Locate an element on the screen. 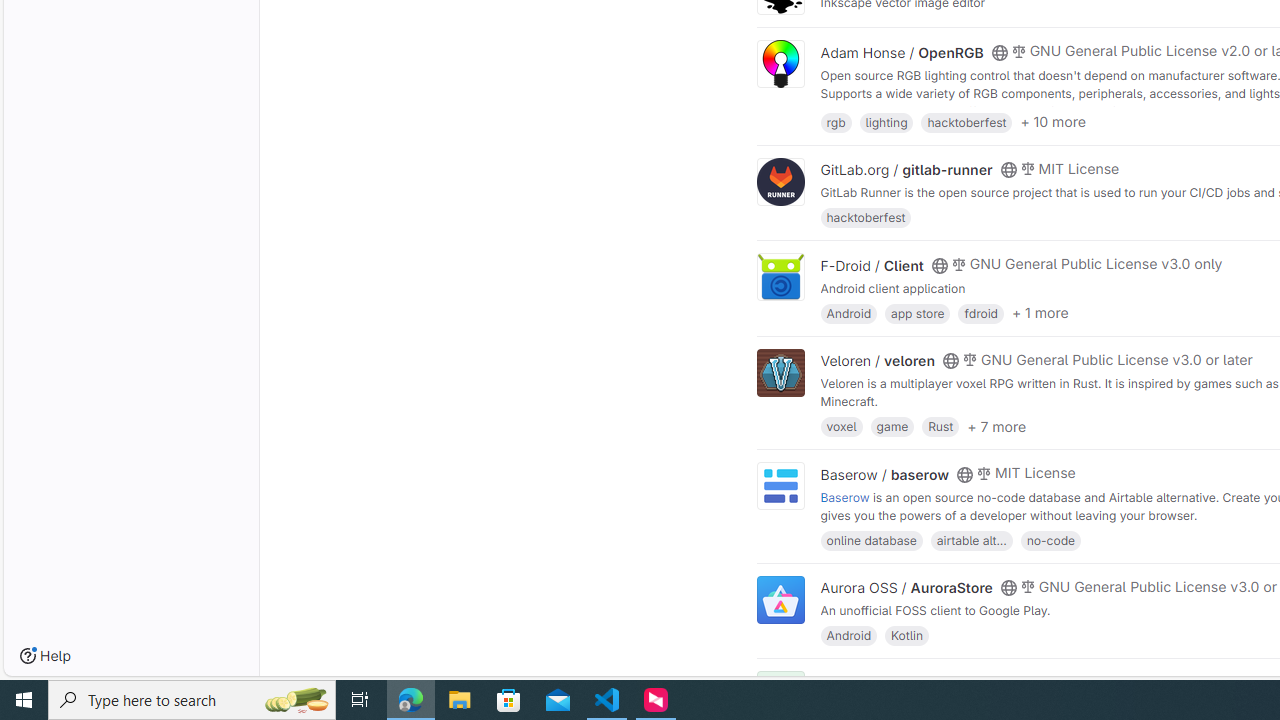 The width and height of the screenshot is (1280, 720). 'no-code' is located at coordinates (1049, 538).